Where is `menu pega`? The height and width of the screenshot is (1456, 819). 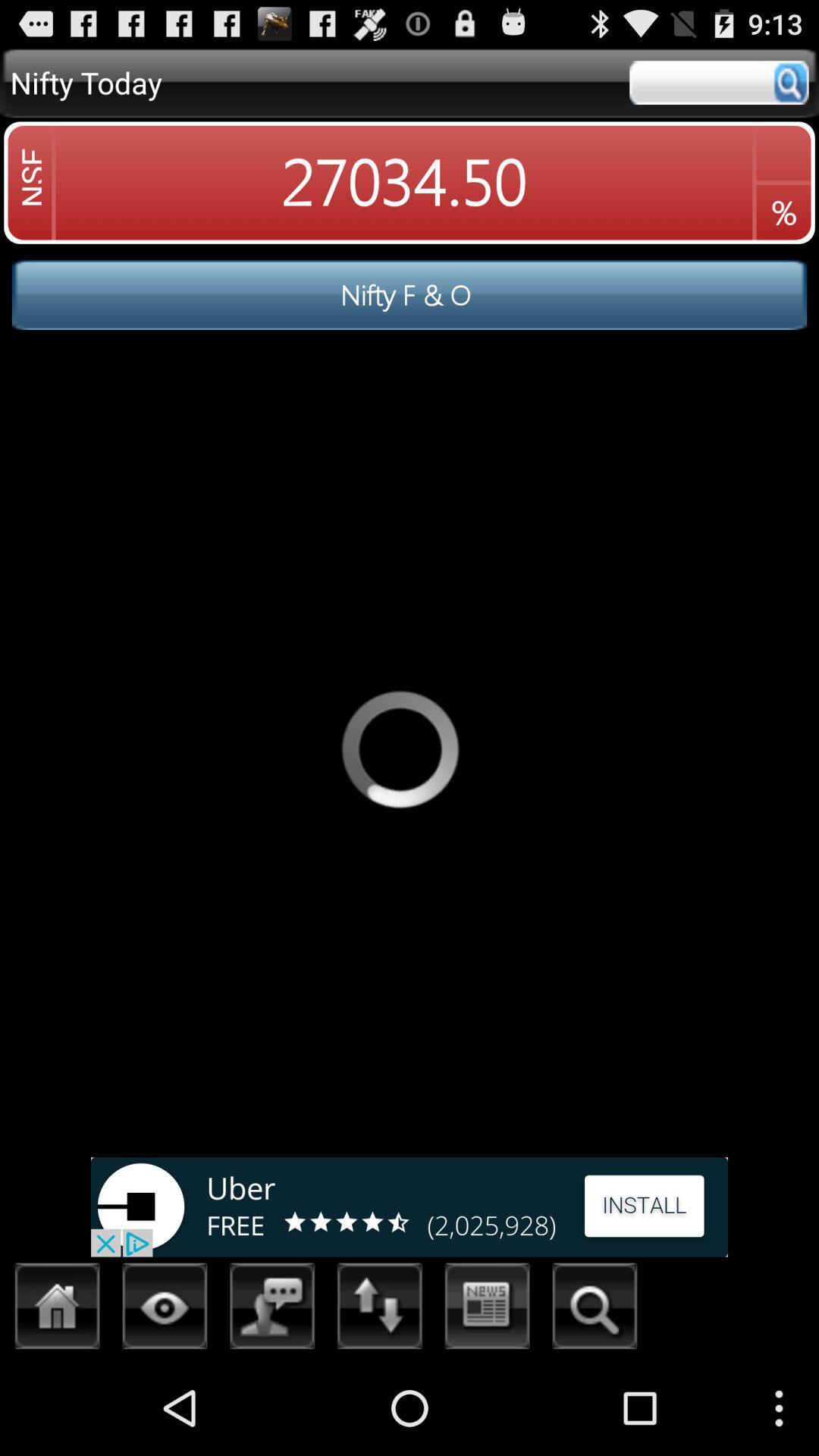 menu pega is located at coordinates (379, 1310).